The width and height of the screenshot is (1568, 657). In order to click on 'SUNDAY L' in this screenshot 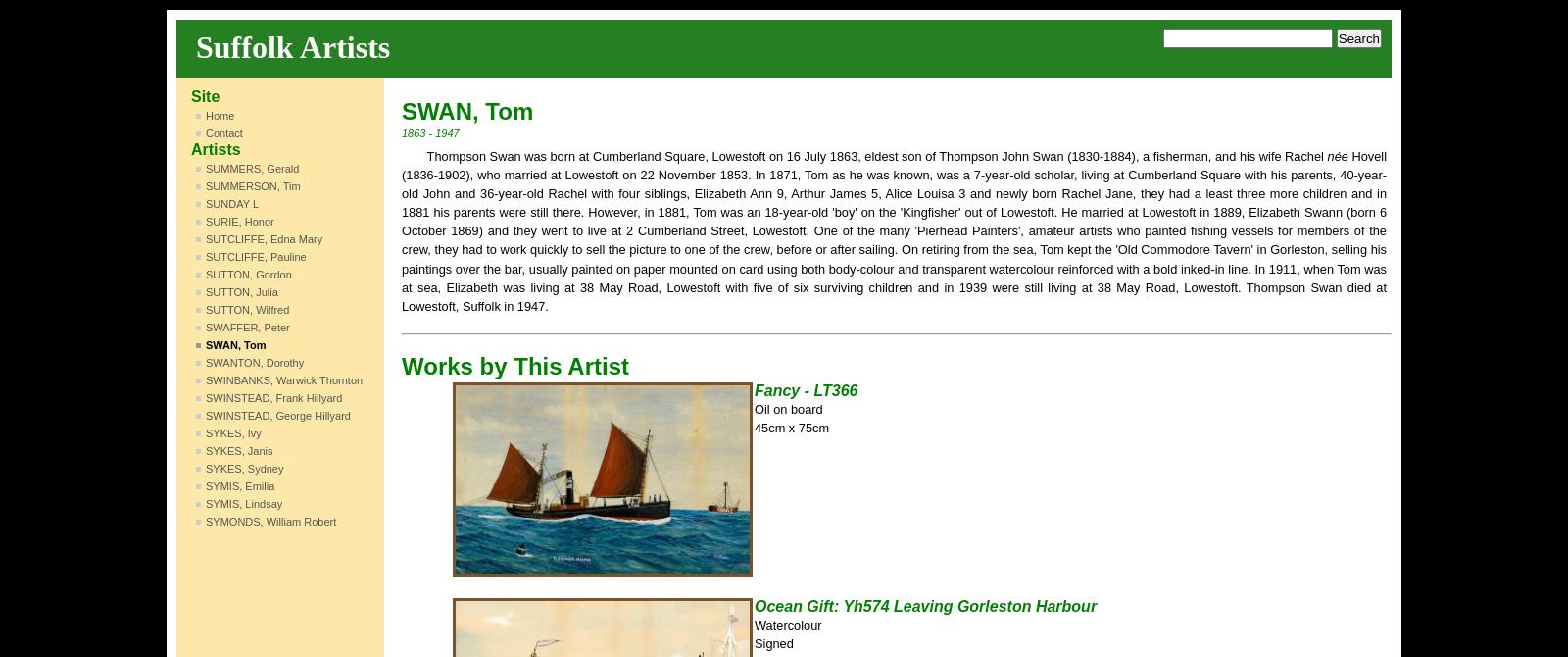, I will do `click(231, 202)`.